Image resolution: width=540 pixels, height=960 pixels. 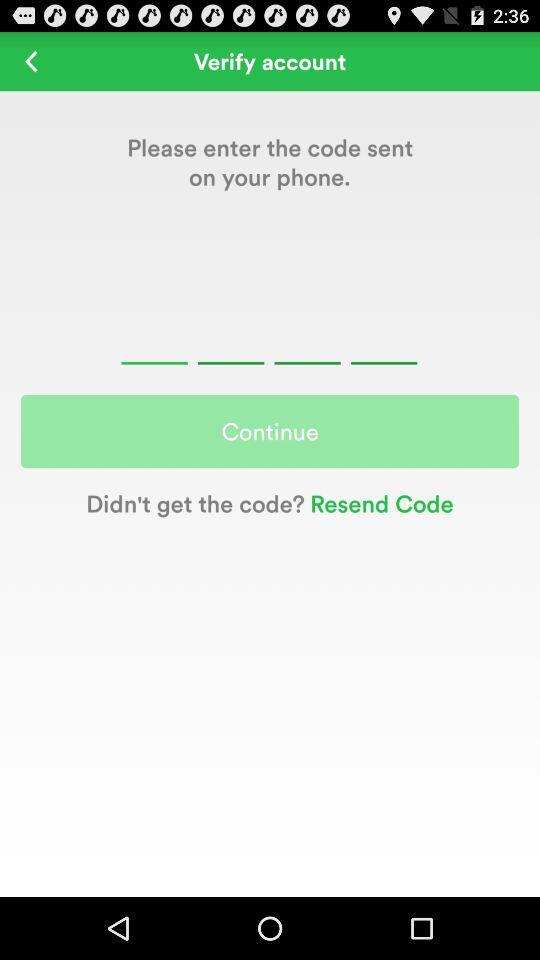 I want to click on the resend code on the right, so click(x=379, y=502).